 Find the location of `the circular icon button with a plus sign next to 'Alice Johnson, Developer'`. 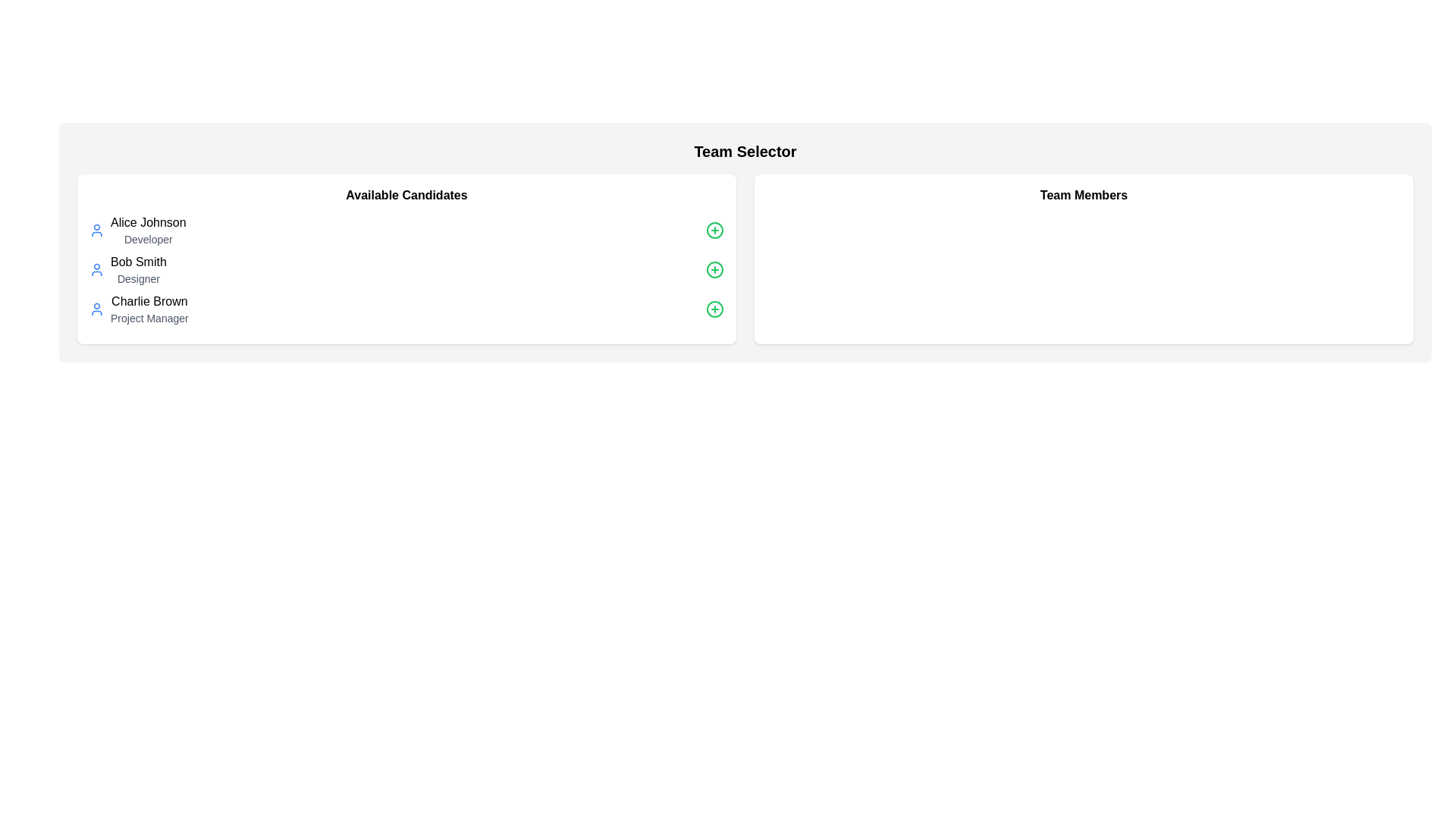

the circular icon button with a plus sign next to 'Alice Johnson, Developer' is located at coordinates (714, 231).